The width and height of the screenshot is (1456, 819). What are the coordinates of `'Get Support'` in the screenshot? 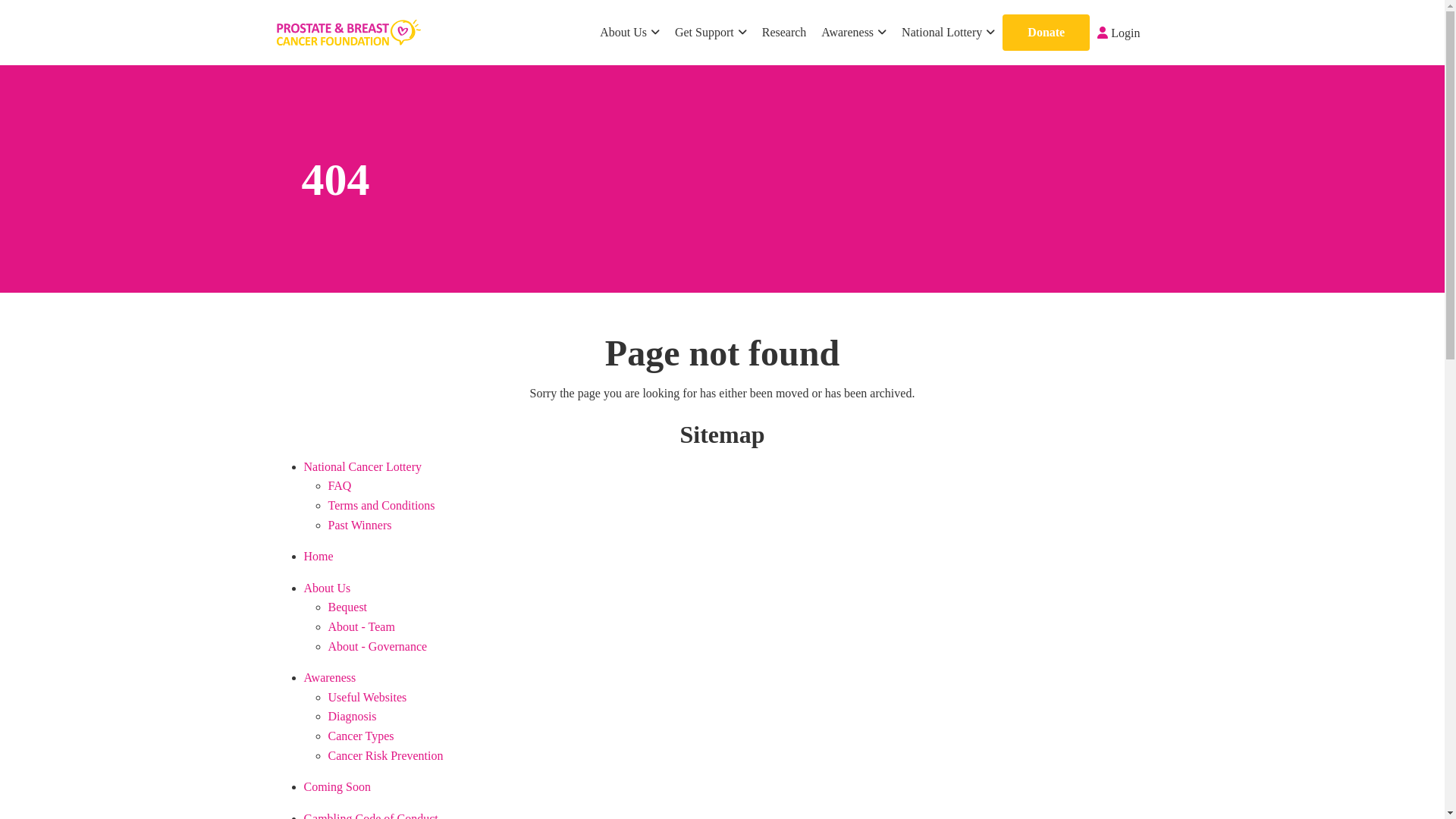 It's located at (710, 32).